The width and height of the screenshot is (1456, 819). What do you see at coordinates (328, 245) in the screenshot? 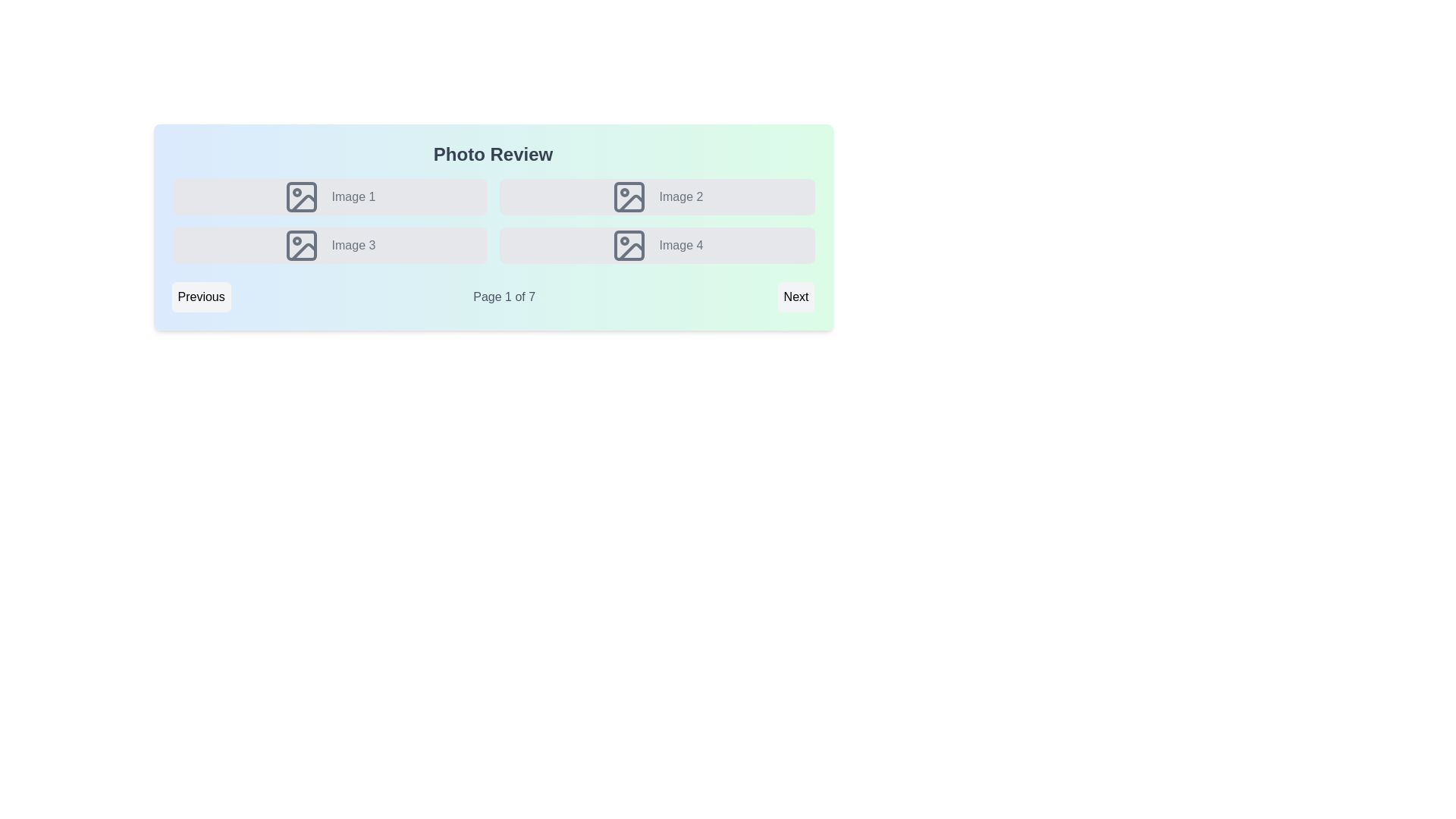
I see `the card labeled 'Image 3'` at bounding box center [328, 245].